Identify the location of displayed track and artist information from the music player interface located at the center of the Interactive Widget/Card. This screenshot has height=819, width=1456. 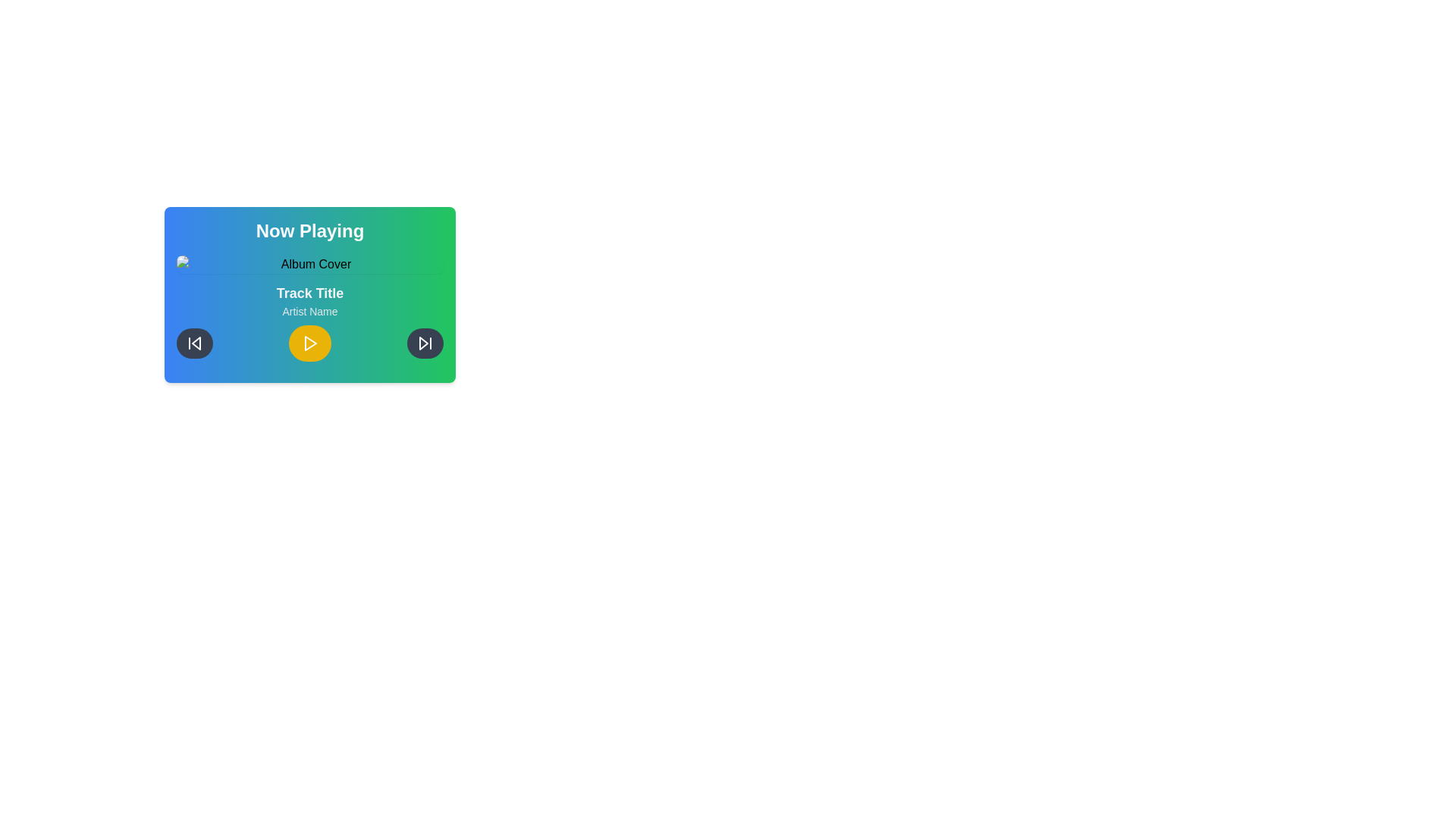
(309, 295).